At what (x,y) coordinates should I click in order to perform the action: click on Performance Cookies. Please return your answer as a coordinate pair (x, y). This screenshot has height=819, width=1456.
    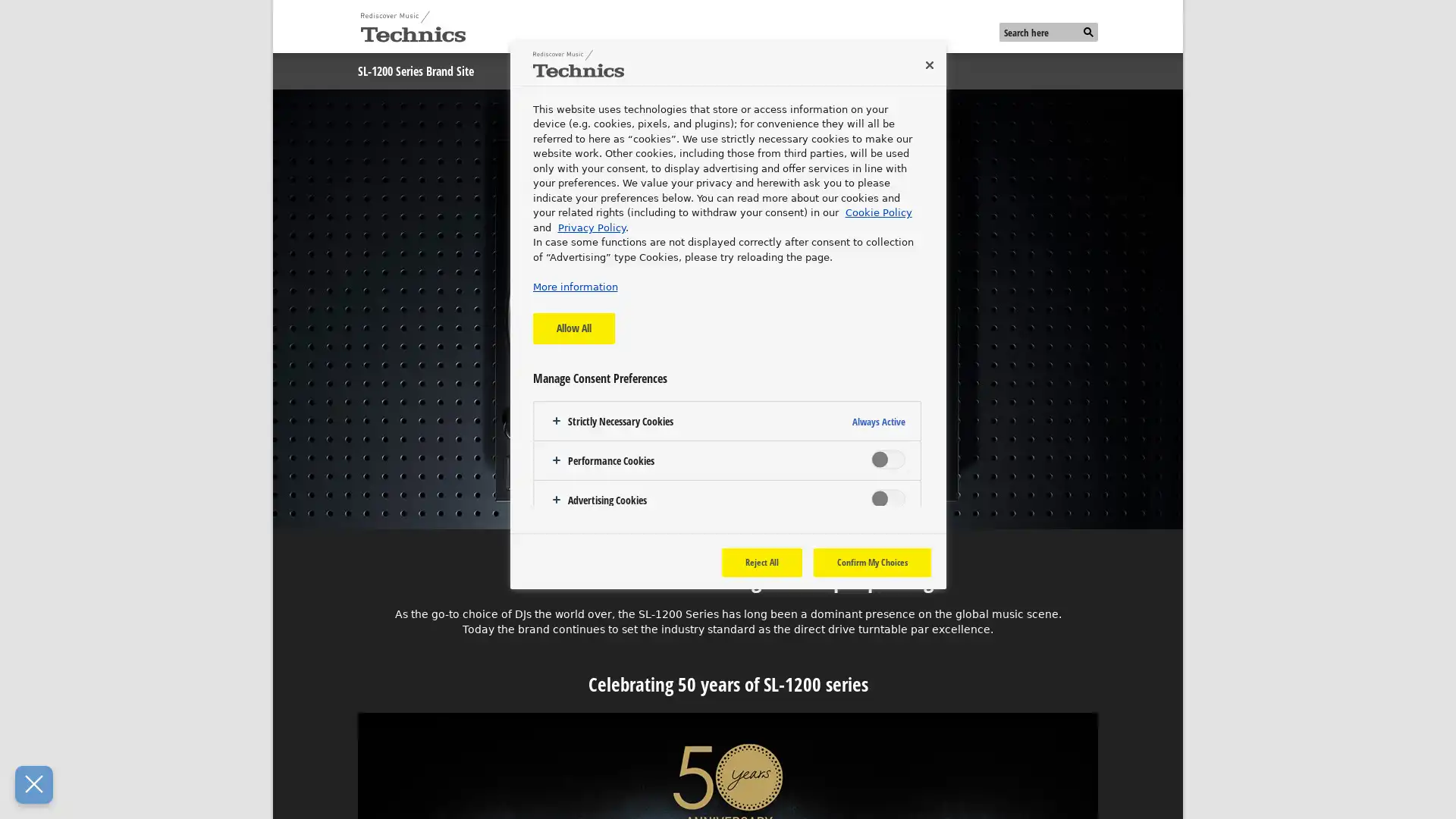
    Looking at the image, I should click on (726, 460).